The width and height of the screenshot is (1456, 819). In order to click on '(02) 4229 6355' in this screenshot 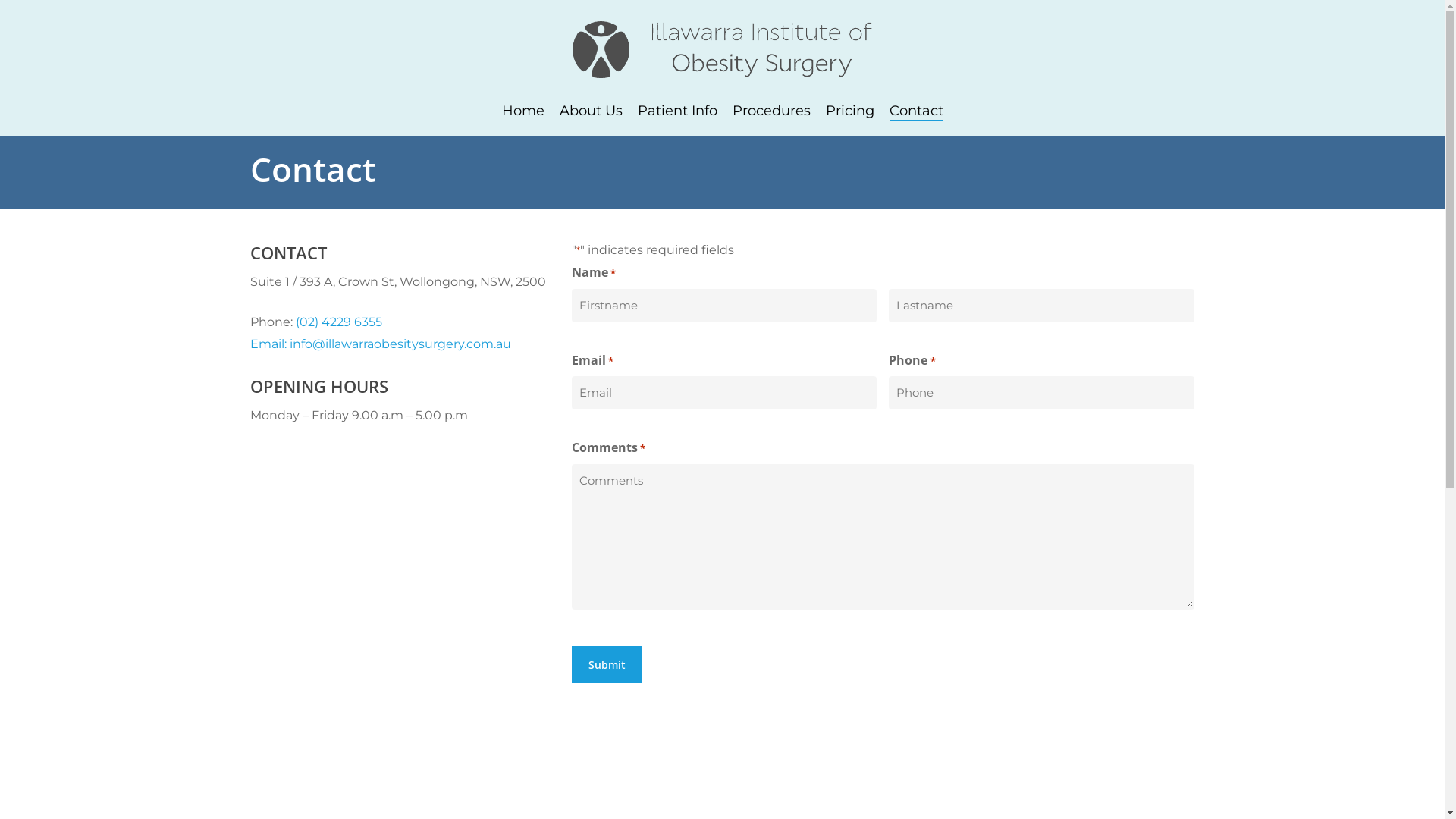, I will do `click(337, 321)`.